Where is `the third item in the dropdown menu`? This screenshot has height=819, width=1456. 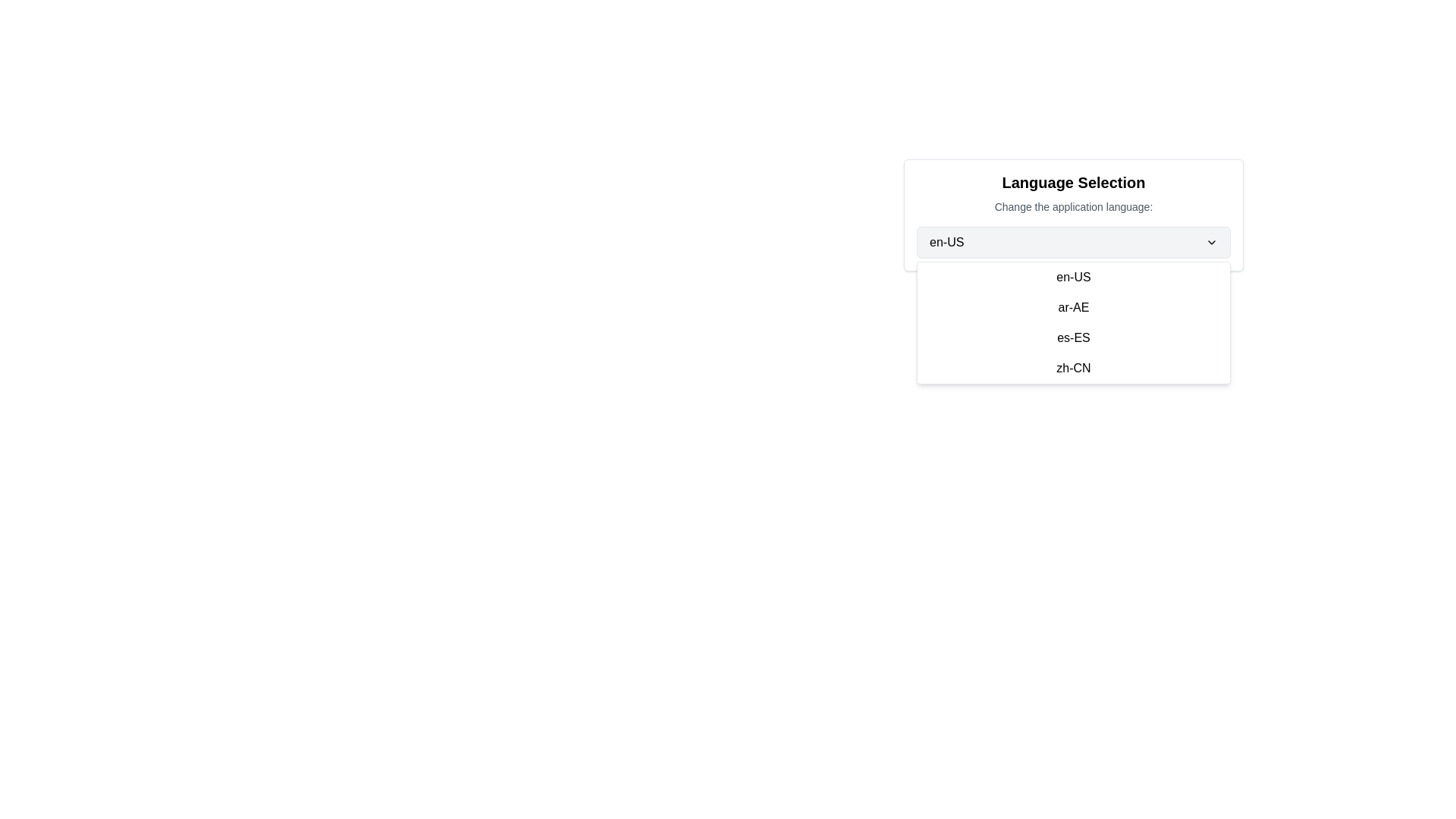
the third item in the dropdown menu is located at coordinates (1073, 337).